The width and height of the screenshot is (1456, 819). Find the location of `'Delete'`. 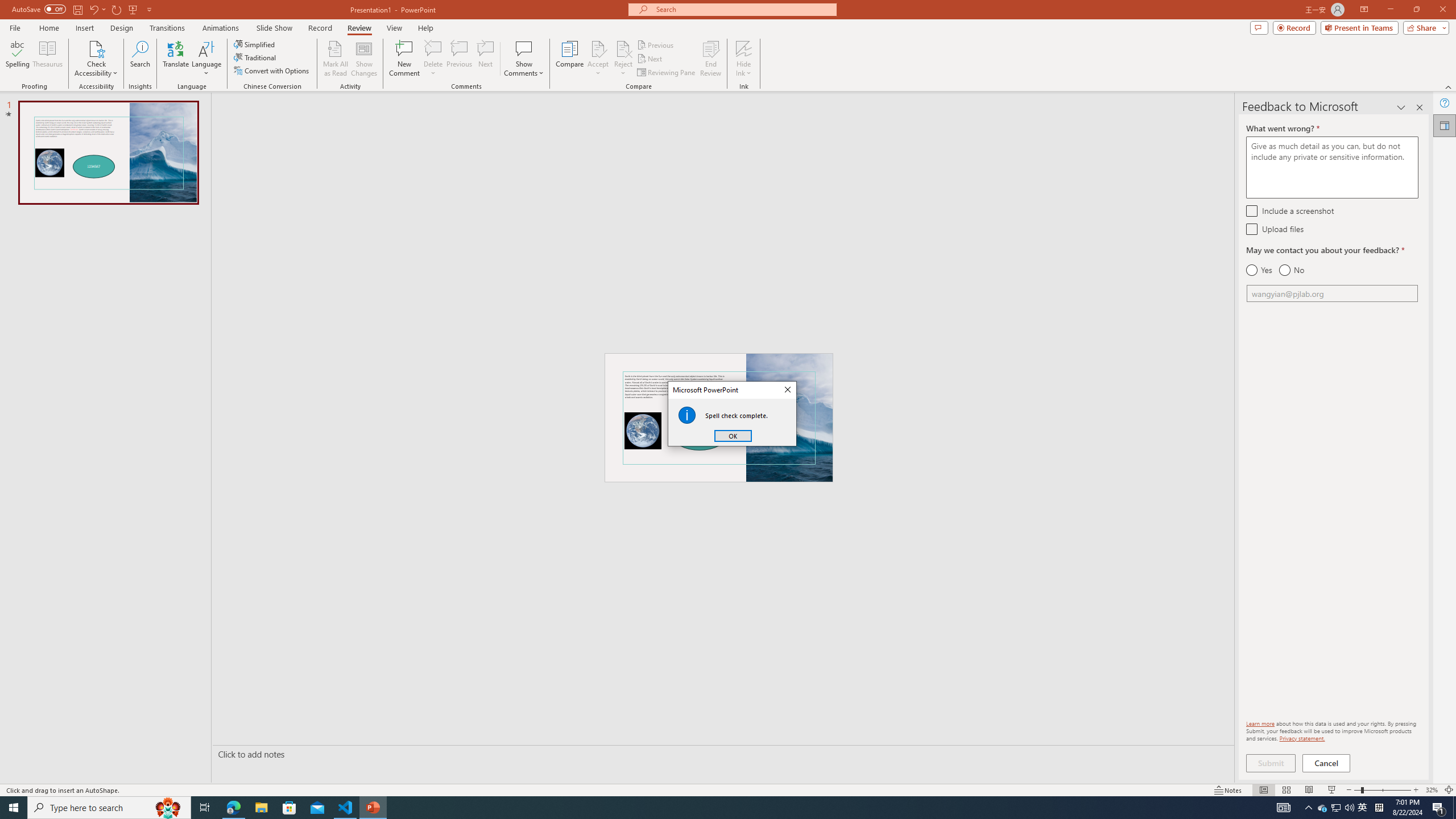

'Delete' is located at coordinates (433, 48).